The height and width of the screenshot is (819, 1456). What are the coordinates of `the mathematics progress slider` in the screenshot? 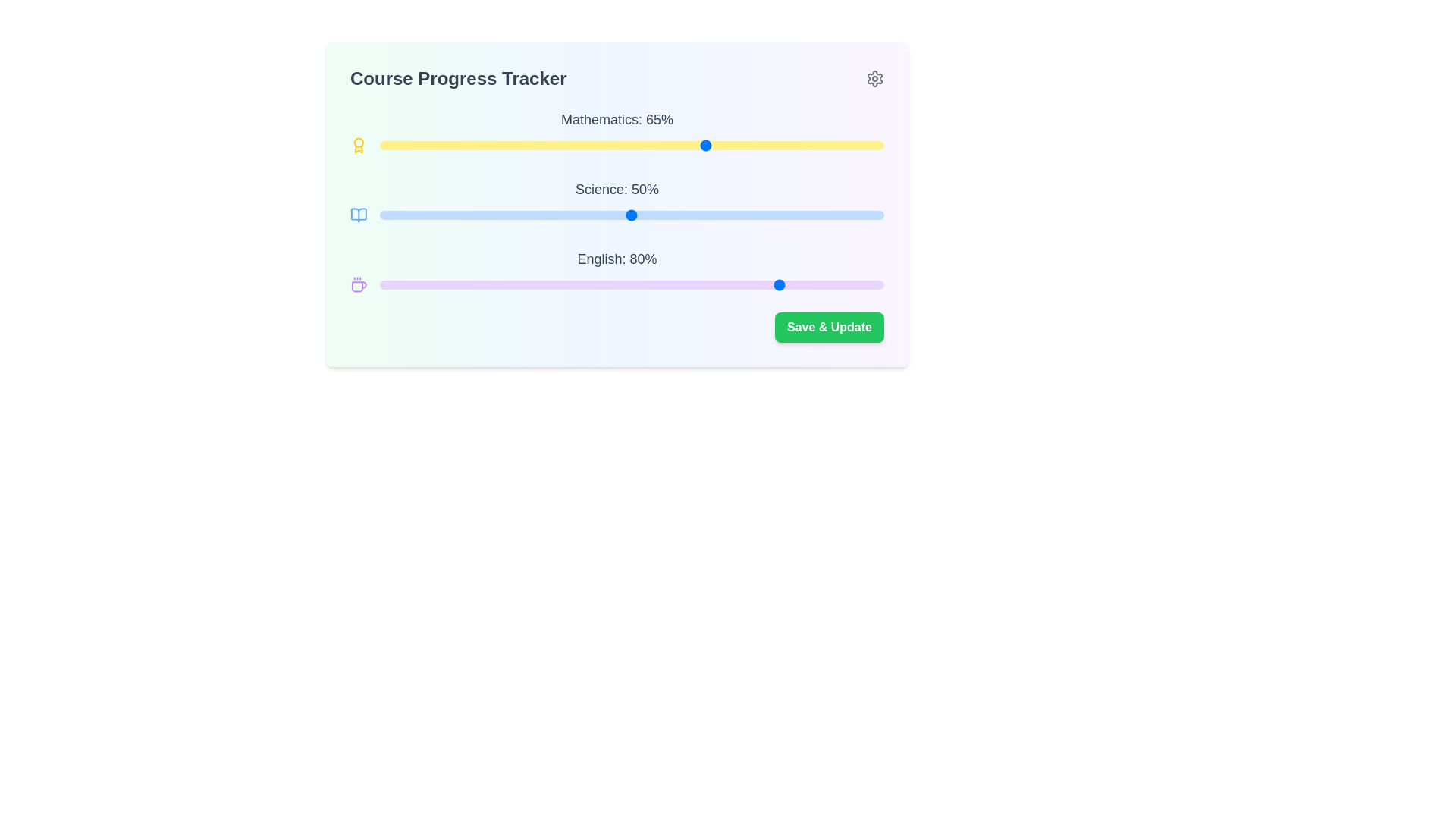 It's located at (848, 146).